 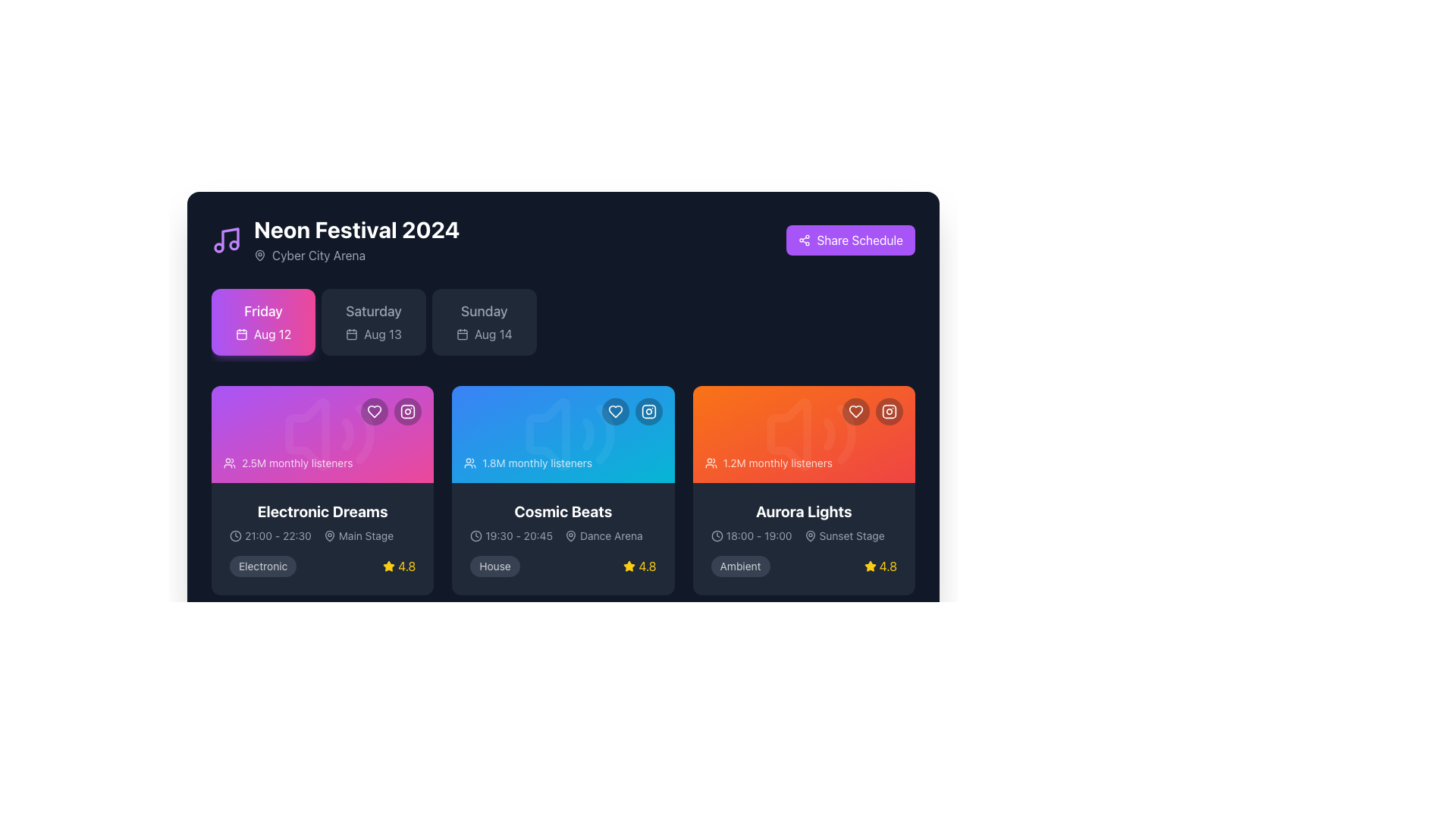 I want to click on the icon illustrating a group of people, so click(x=469, y=462).